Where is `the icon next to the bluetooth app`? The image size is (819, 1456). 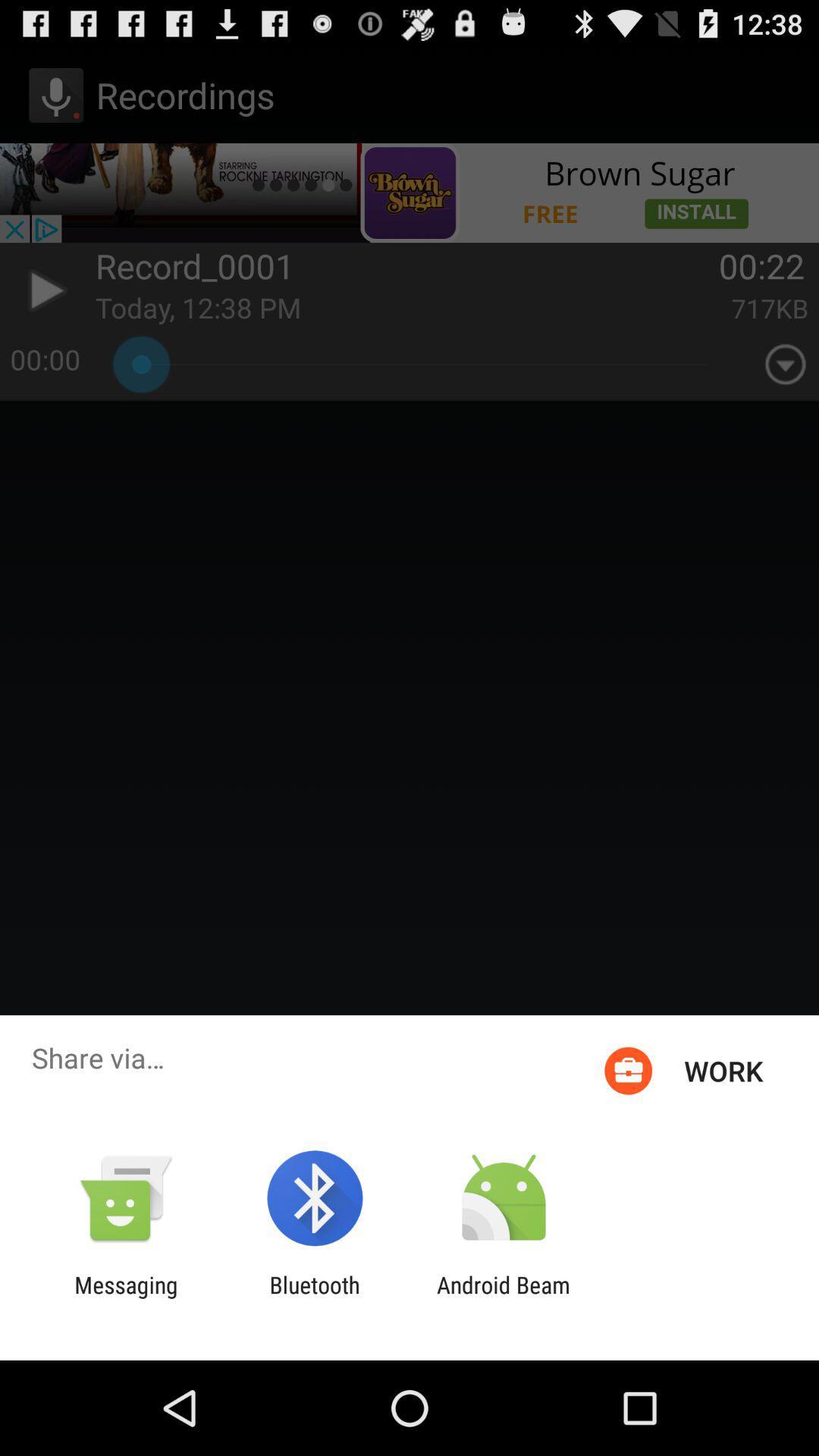
the icon next to the bluetooth app is located at coordinates (504, 1298).